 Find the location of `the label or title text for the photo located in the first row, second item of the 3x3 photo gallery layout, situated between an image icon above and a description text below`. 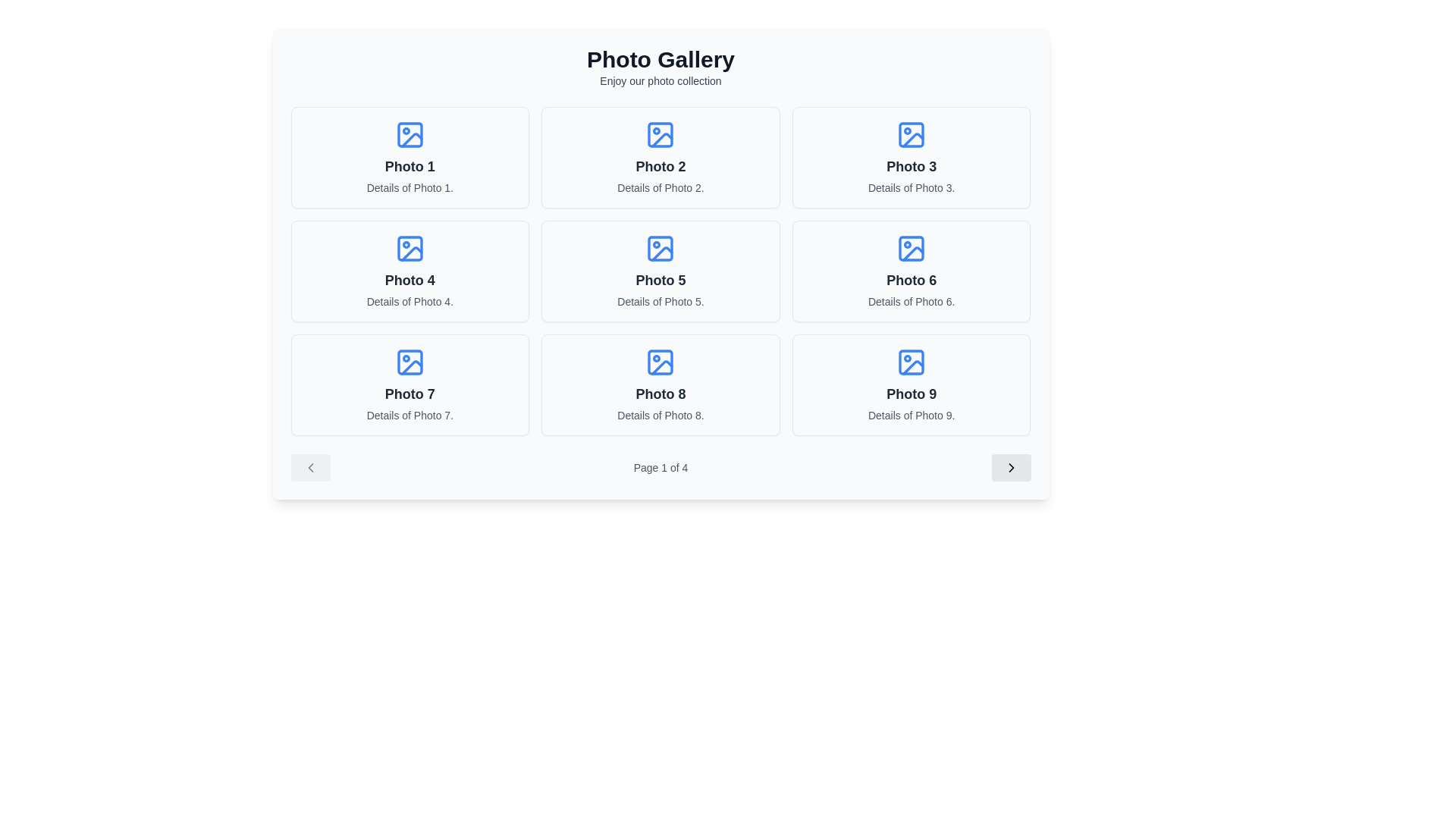

the label or title text for the photo located in the first row, second item of the 3x3 photo gallery layout, situated between an image icon above and a description text below is located at coordinates (661, 166).